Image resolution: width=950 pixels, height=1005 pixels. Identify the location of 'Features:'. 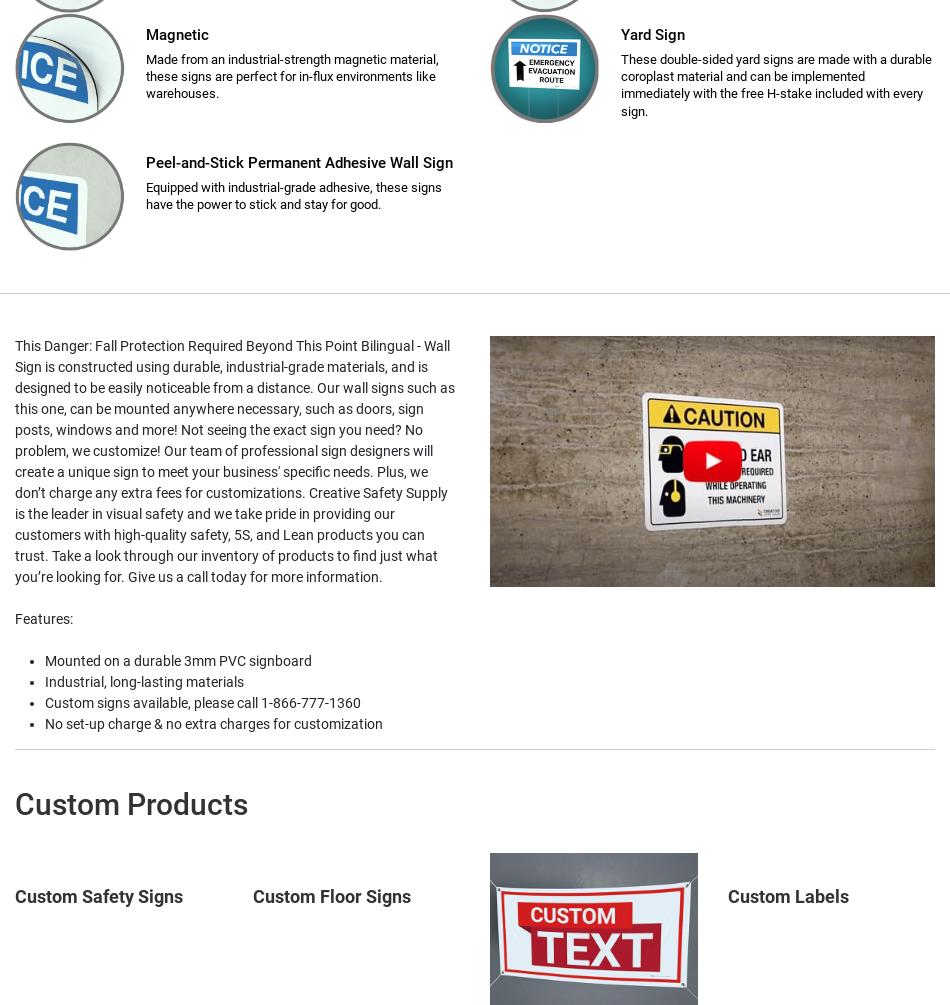
(43, 617).